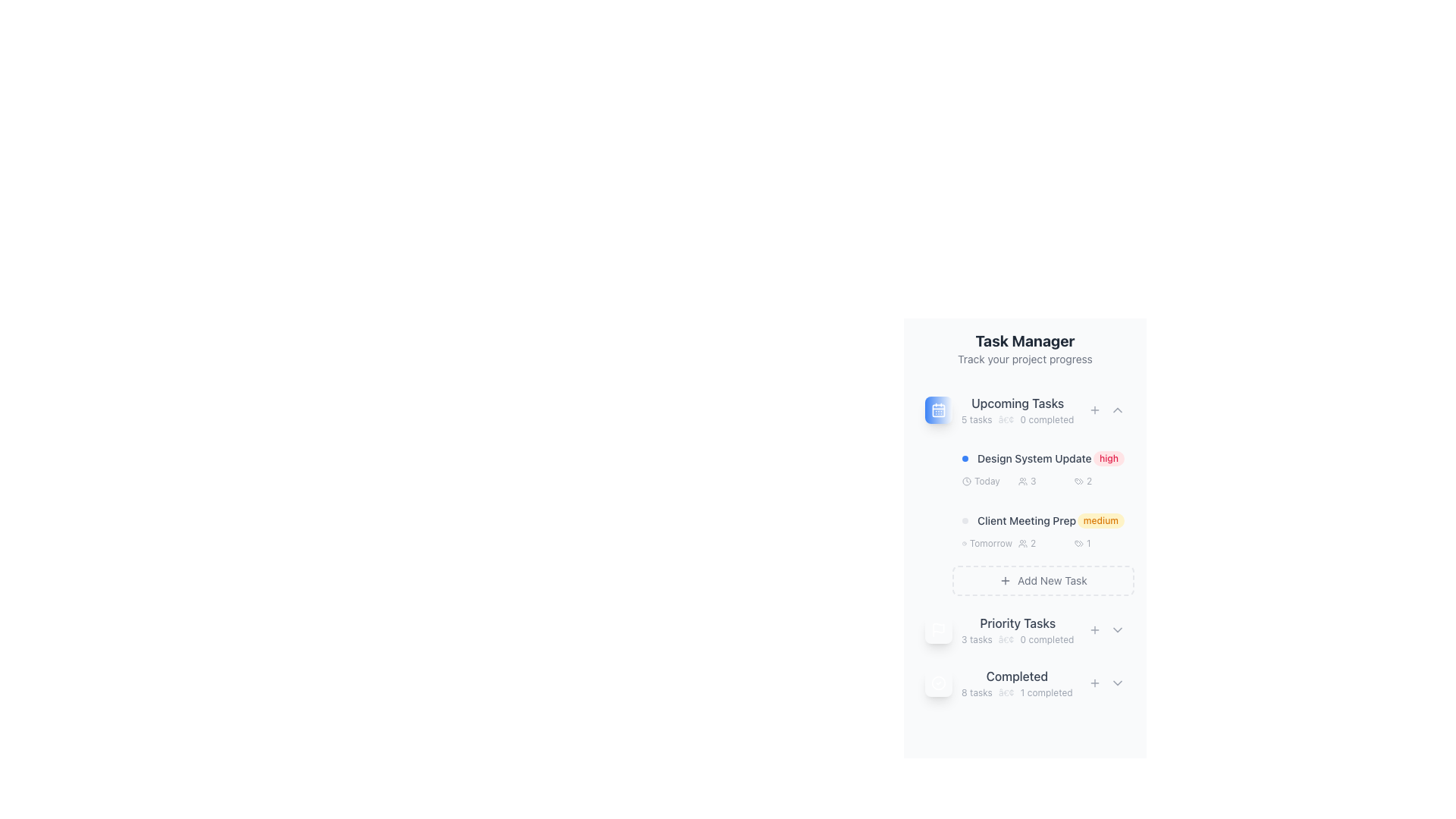  Describe the element at coordinates (990, 543) in the screenshot. I see `the due date text label for the task 'Client Meeting Prep' in the 'Upcoming Tasks' section` at that location.